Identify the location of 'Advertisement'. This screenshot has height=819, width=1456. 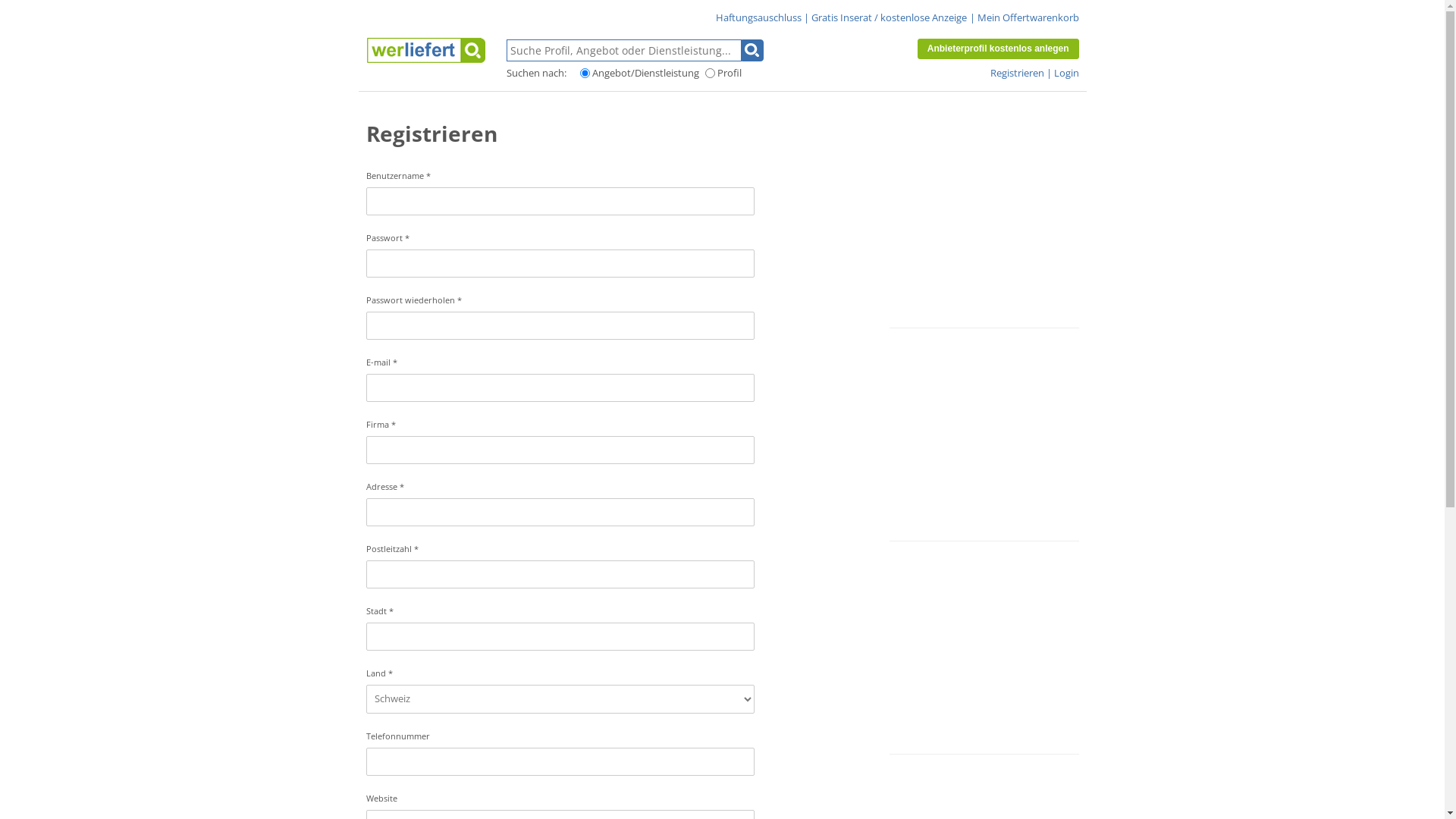
(983, 435).